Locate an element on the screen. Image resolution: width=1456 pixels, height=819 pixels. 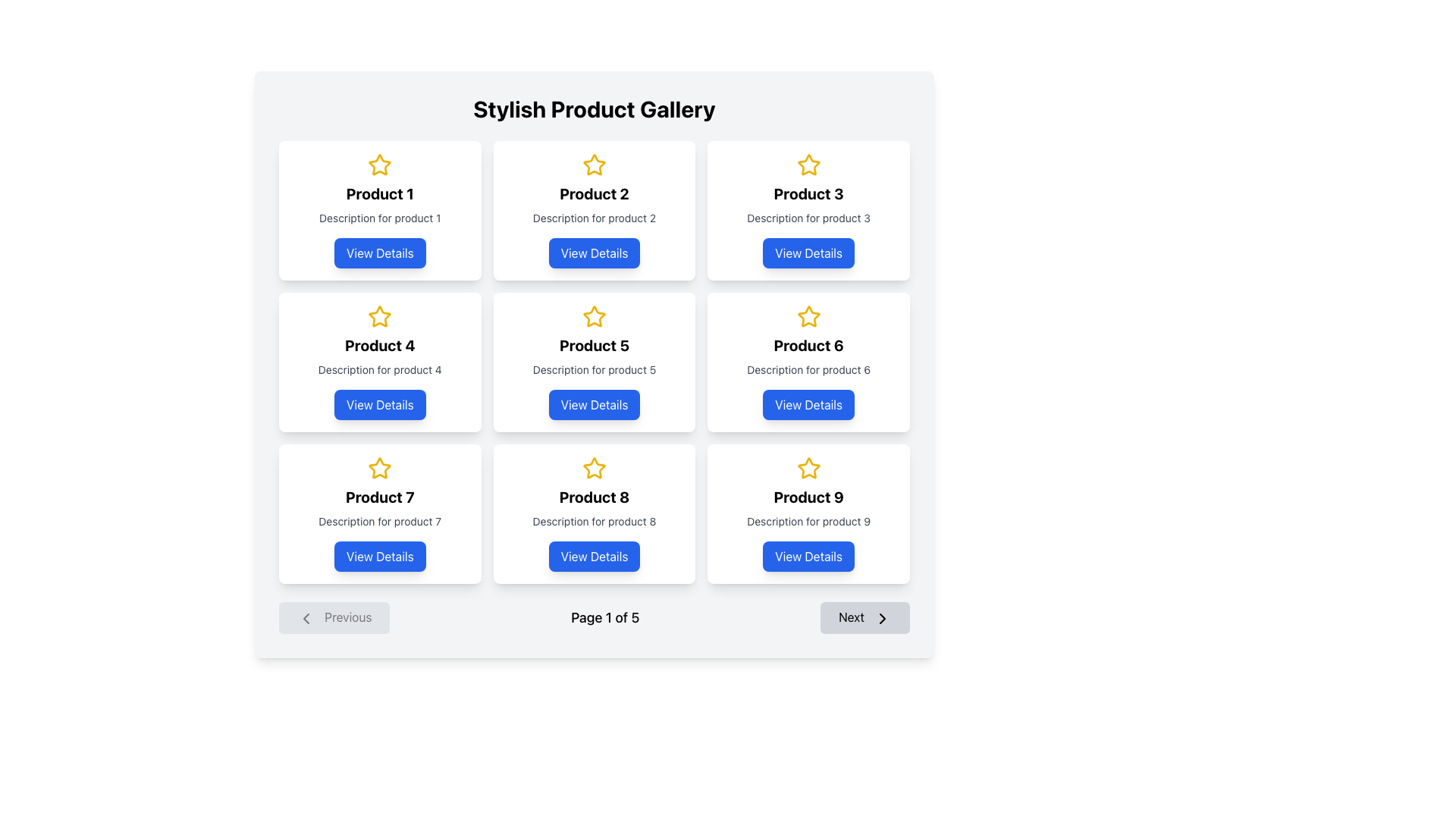
the Text Label that provides a brief description for 'Product 4' in the product grid, located above the 'View Details' button is located at coordinates (380, 370).